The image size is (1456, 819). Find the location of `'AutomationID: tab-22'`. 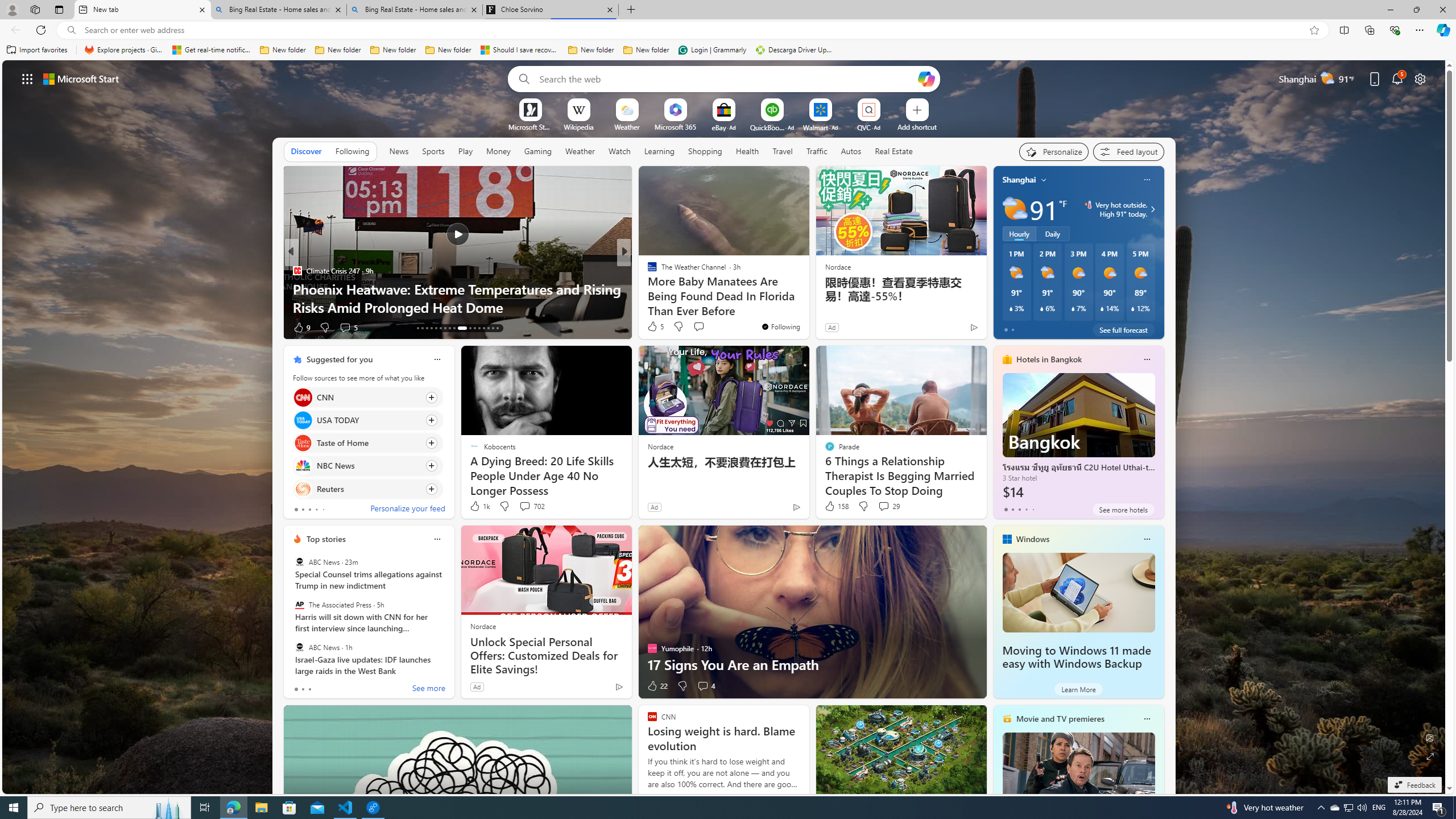

'AutomationID: tab-22' is located at coordinates (458, 328).